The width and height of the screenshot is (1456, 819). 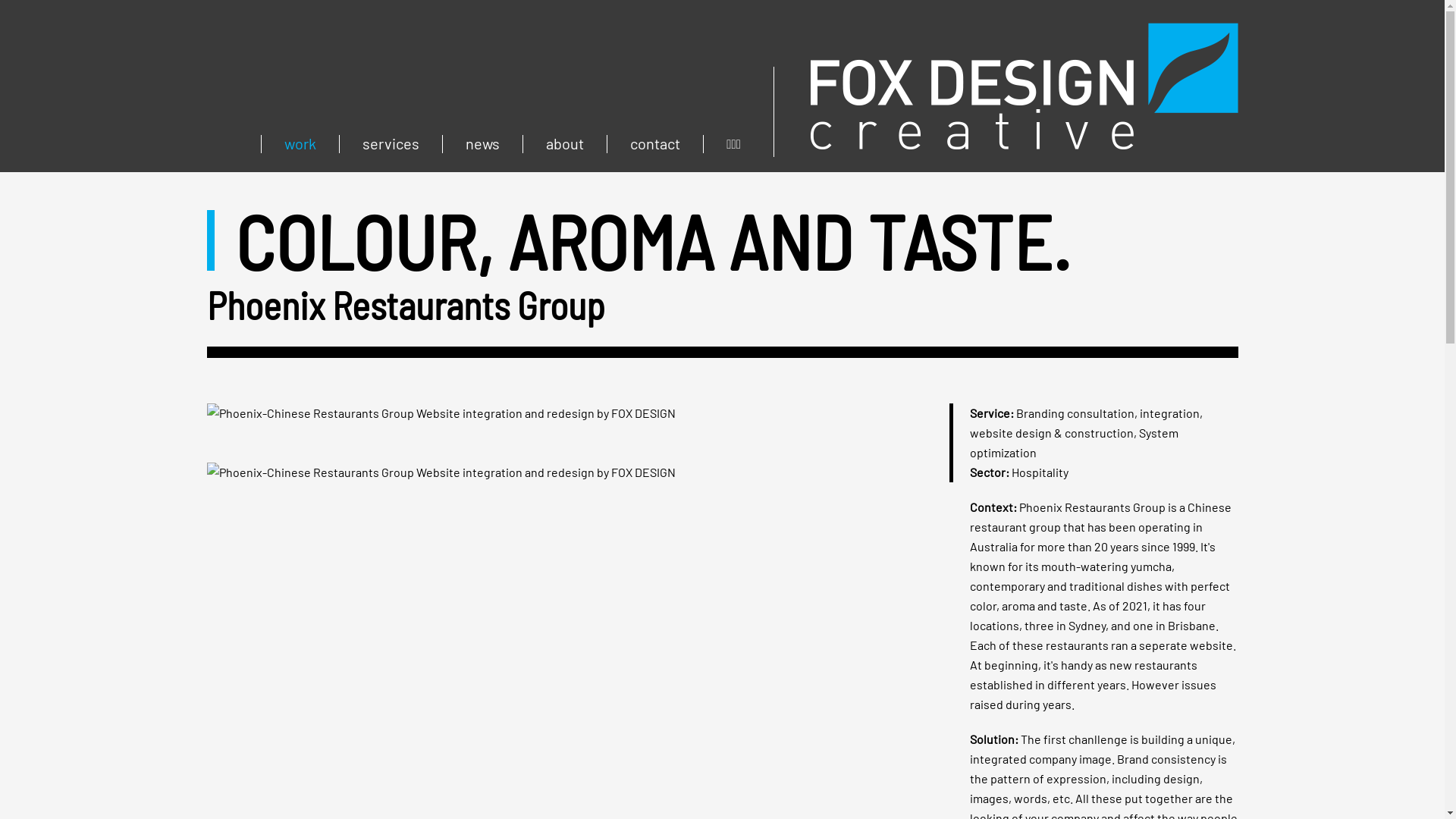 I want to click on 'news', so click(x=441, y=143).